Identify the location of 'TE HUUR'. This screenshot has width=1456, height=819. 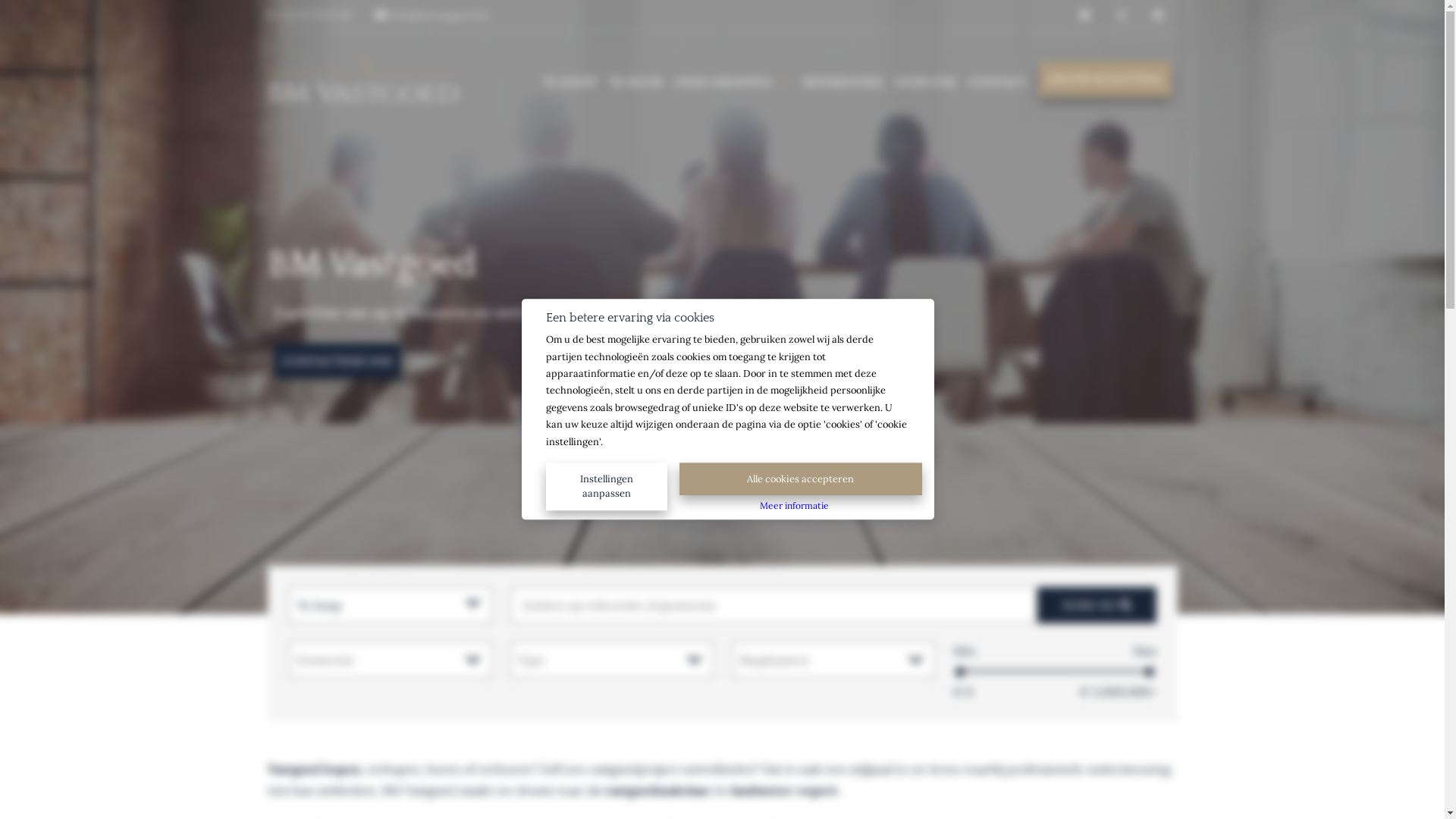
(602, 80).